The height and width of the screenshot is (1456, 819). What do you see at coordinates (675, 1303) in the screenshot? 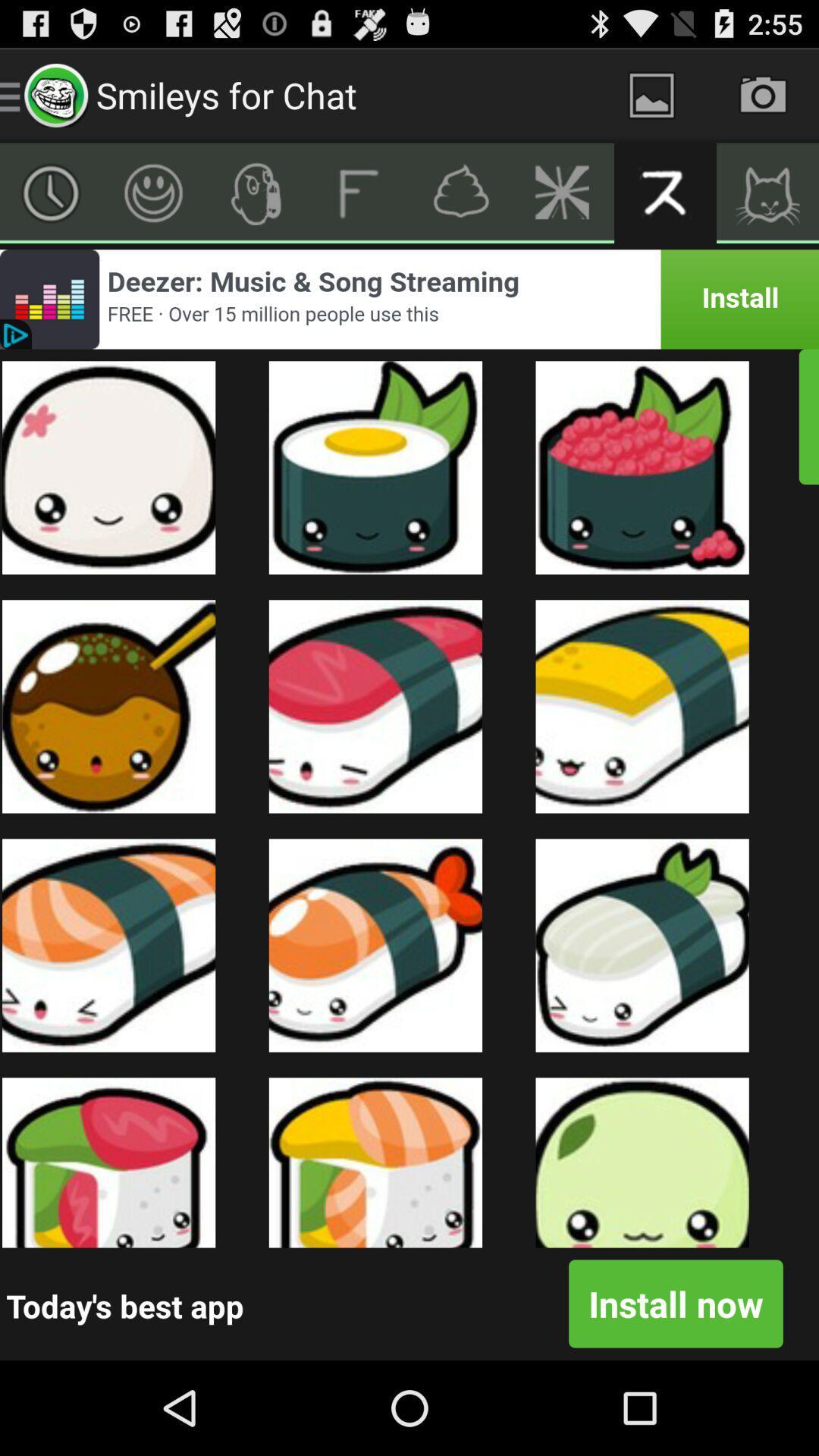
I see `install now` at bounding box center [675, 1303].